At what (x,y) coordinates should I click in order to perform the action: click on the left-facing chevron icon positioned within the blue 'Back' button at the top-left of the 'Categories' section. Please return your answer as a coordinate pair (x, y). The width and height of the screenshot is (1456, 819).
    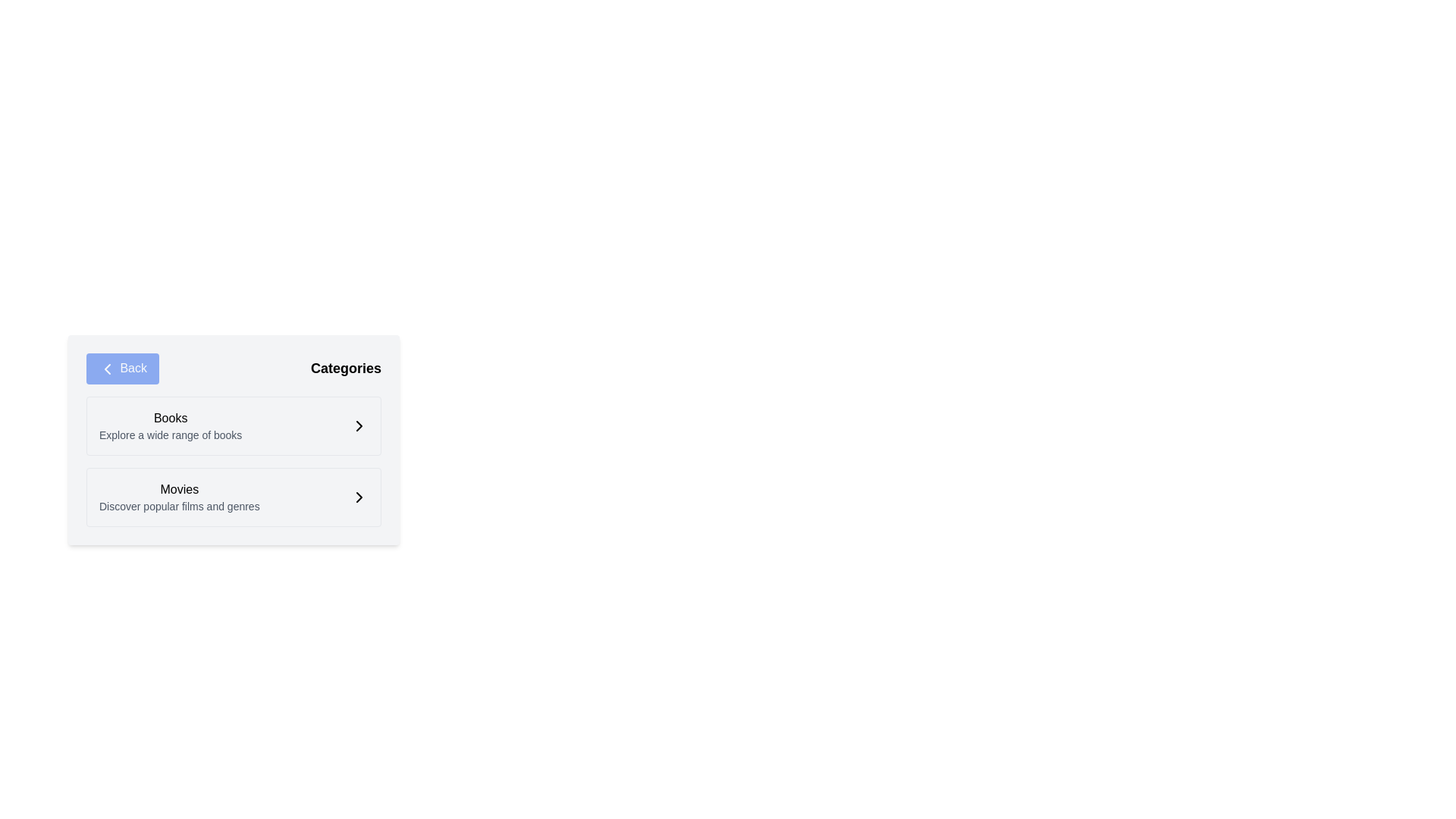
    Looking at the image, I should click on (107, 369).